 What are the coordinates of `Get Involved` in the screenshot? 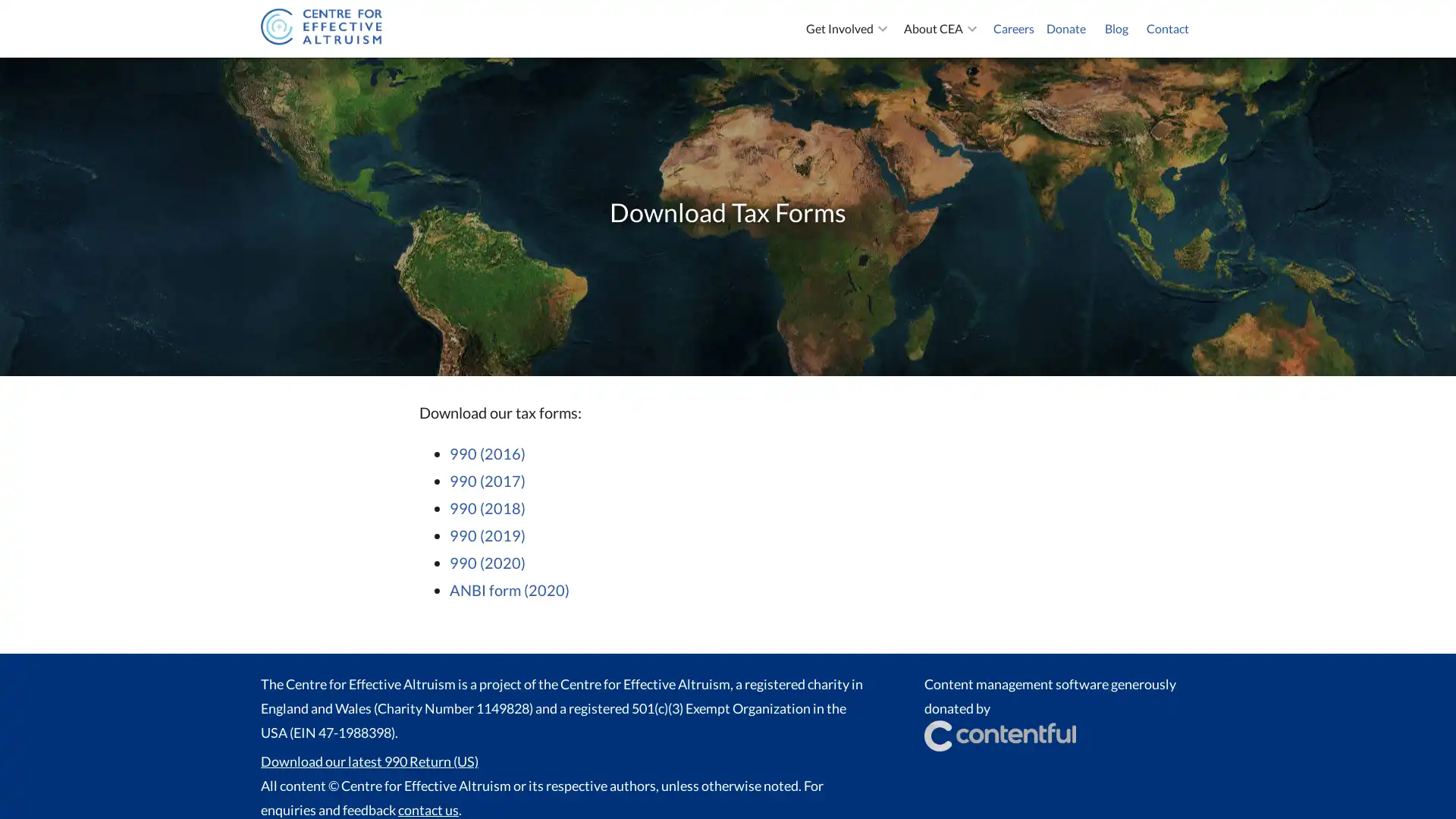 It's located at (848, 29).